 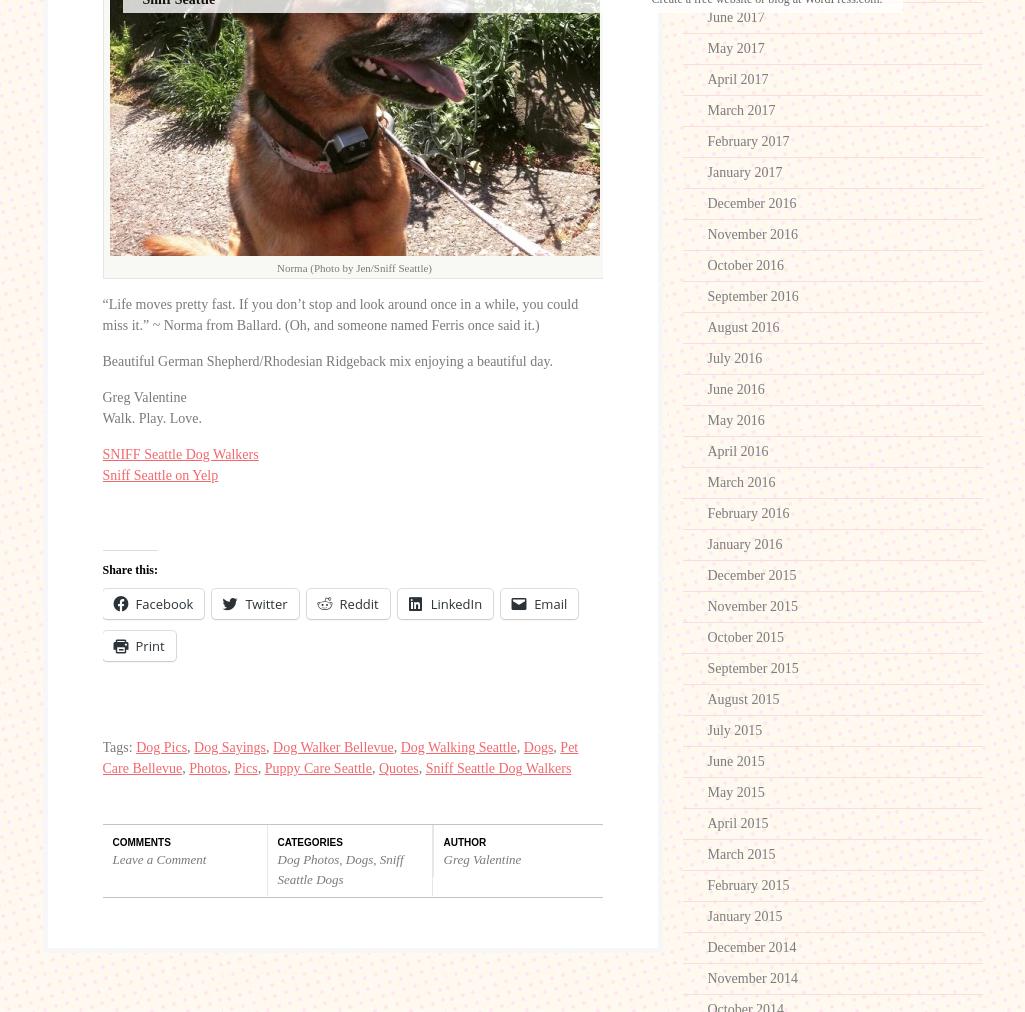 I want to click on 'February 2017', so click(x=748, y=141).